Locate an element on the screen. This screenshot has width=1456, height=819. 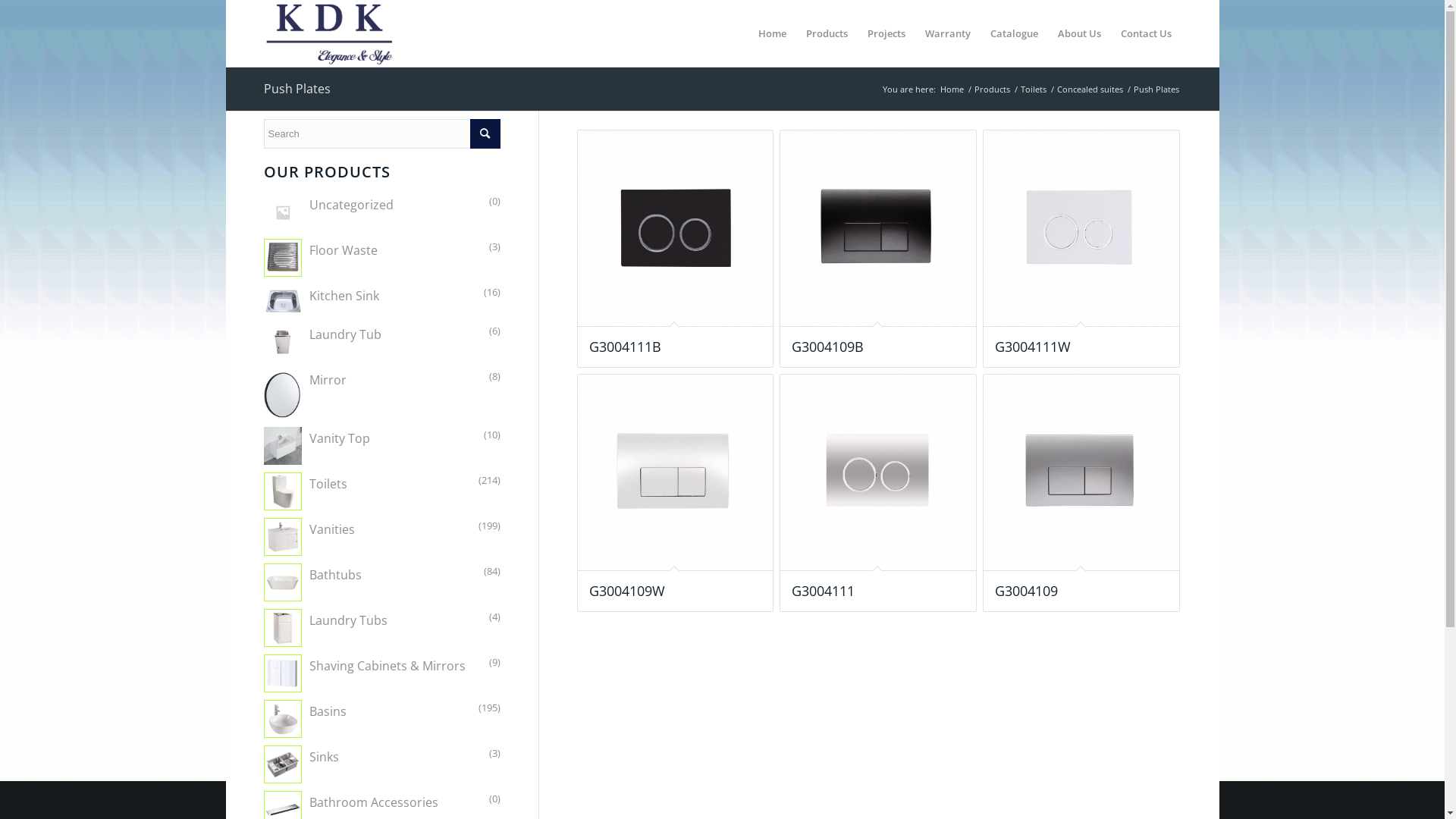
'Toilets' is located at coordinates (1018, 89).